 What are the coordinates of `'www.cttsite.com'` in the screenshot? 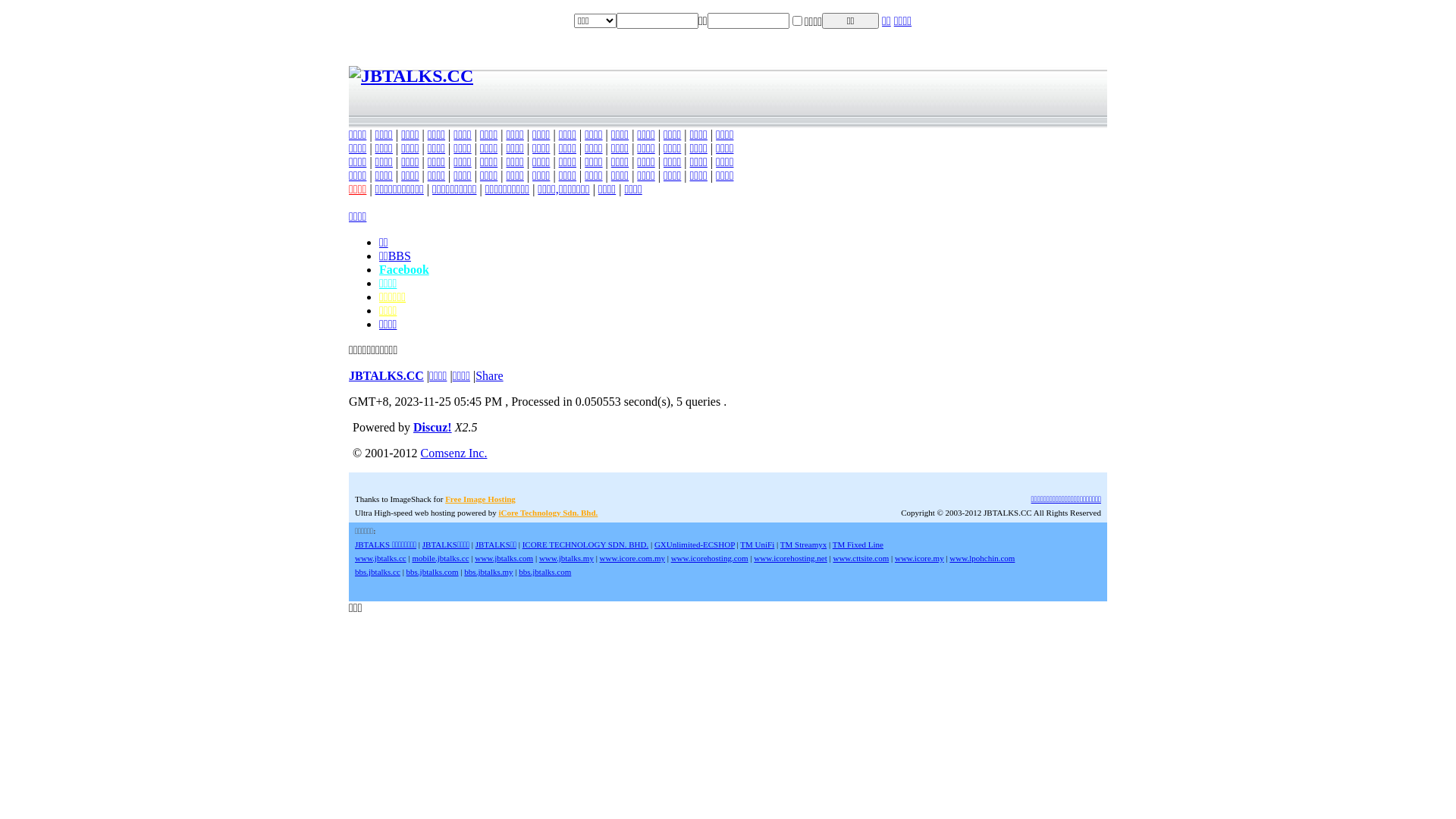 It's located at (860, 558).